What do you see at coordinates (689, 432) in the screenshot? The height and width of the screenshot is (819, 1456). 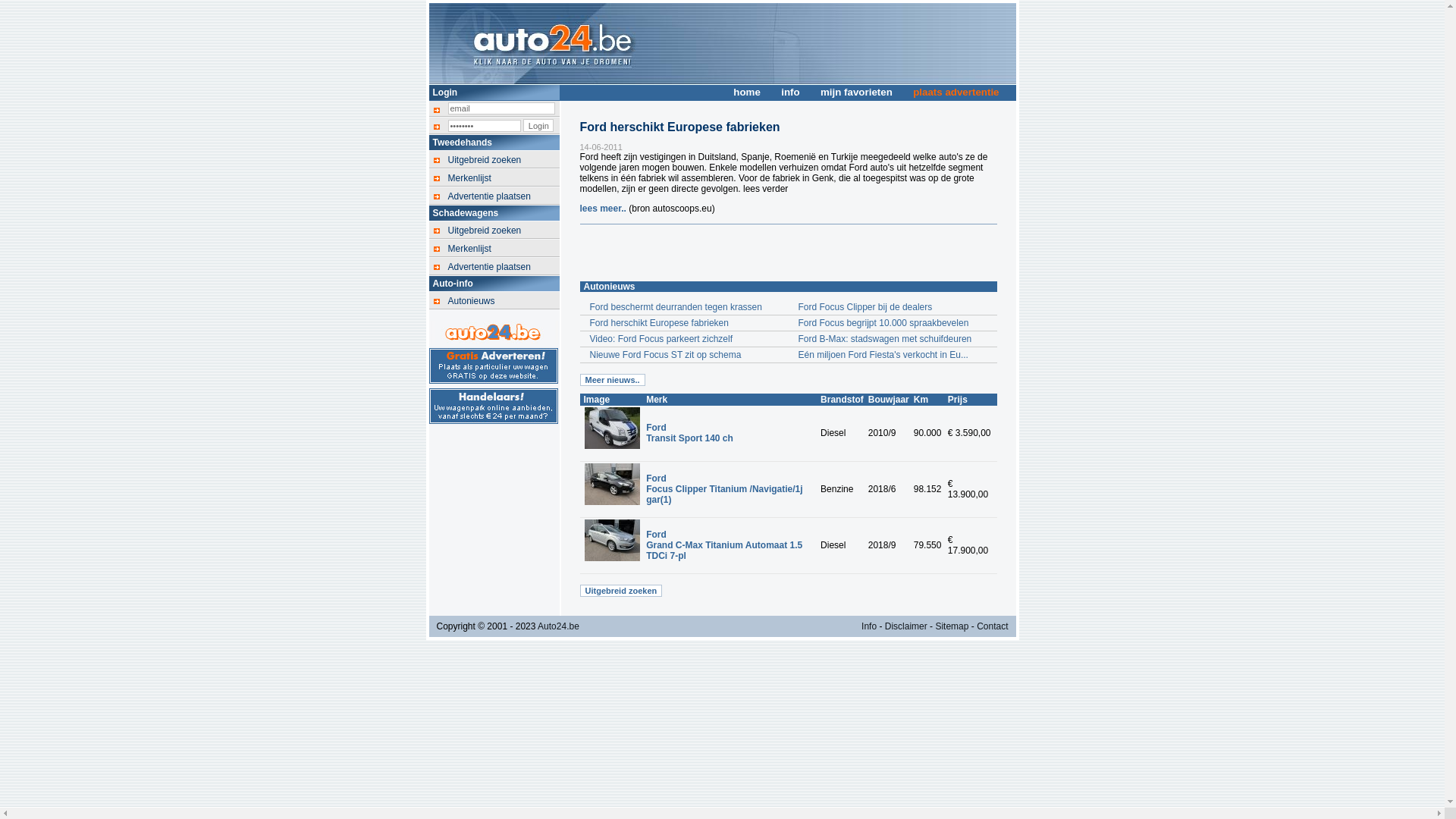 I see `'Ford` at bounding box center [689, 432].